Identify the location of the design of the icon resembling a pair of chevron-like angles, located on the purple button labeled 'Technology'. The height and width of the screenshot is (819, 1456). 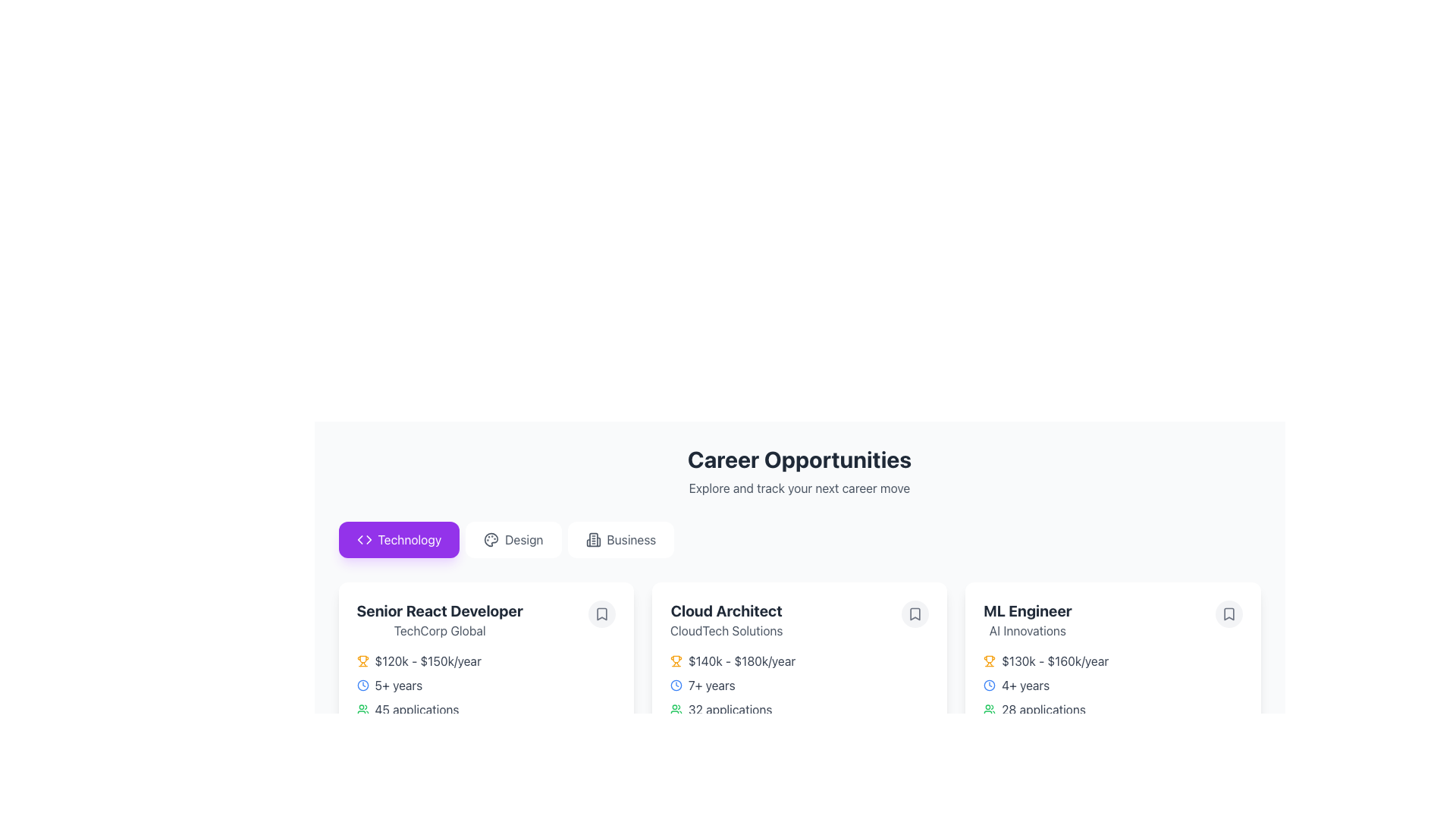
(364, 539).